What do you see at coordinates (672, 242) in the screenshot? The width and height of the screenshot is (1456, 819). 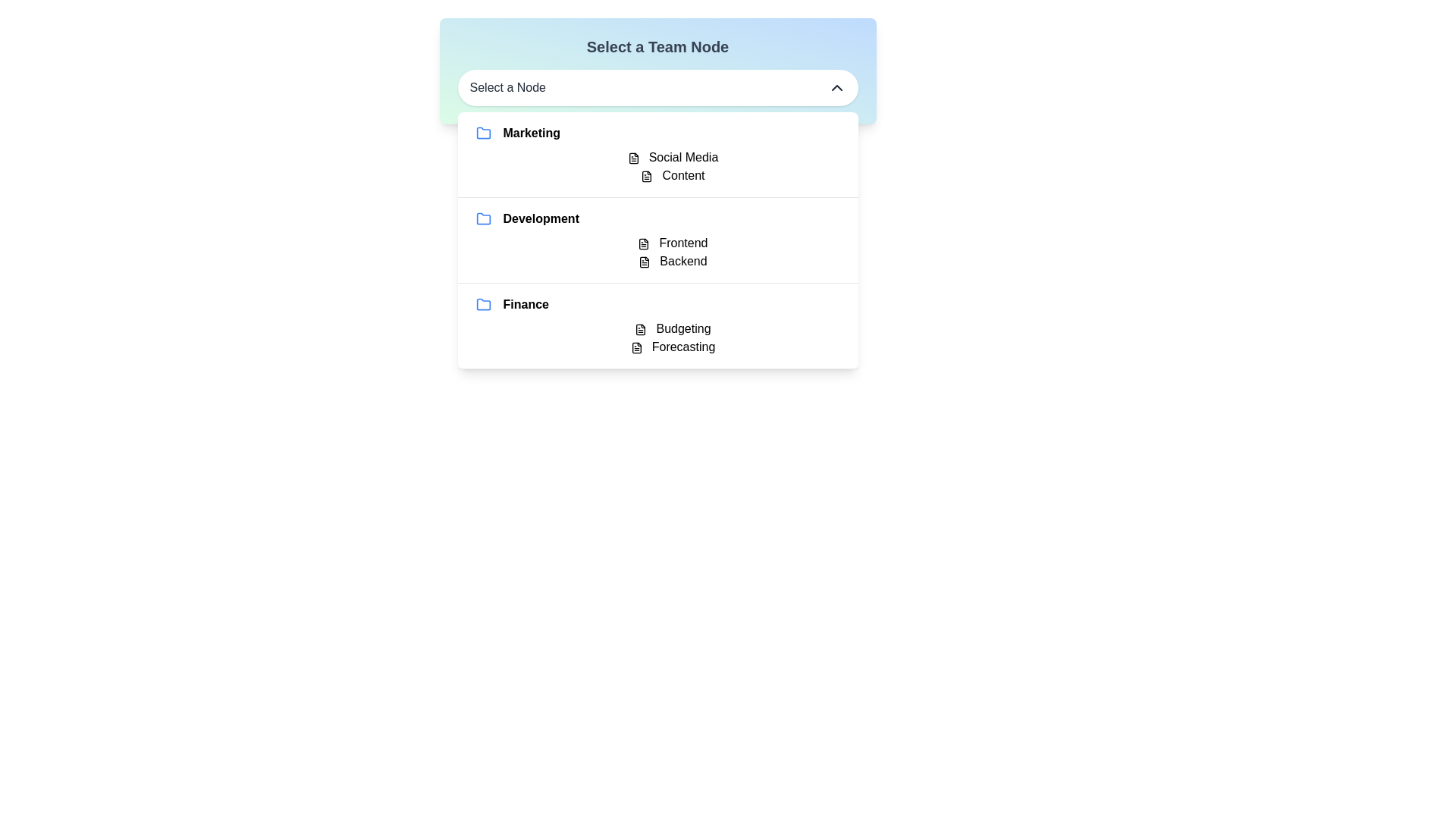 I see `the selectable text label with an icon in the 'Development' section` at bounding box center [672, 242].